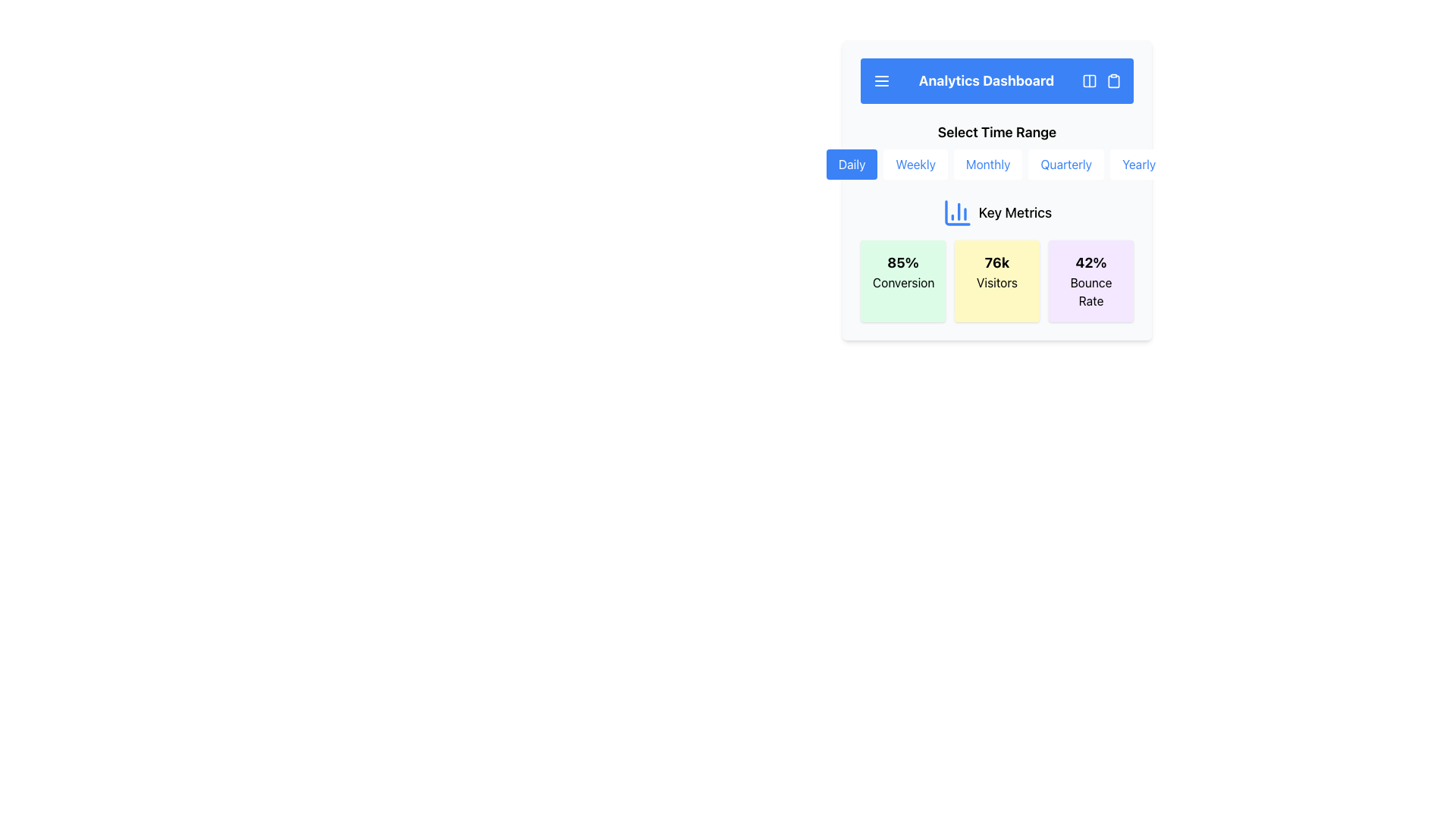  What do you see at coordinates (1065, 164) in the screenshot?
I see `the 'Quarterly' button, which is a rectangular button with rounded corners and blue text on a white background, located under the heading 'Select Time Range'` at bounding box center [1065, 164].